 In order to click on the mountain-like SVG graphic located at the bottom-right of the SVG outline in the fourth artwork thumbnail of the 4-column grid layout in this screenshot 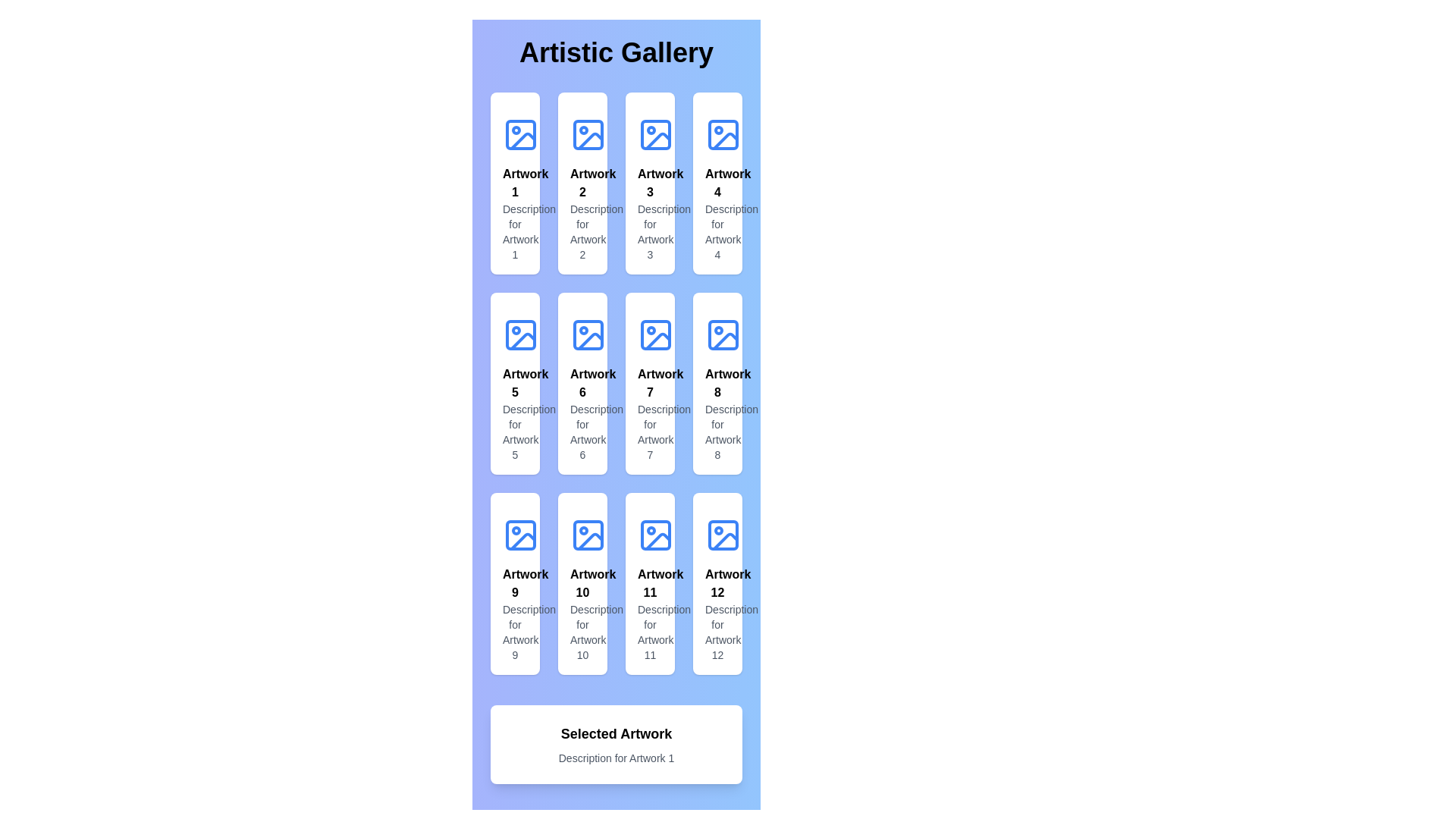, I will do `click(724, 140)`.